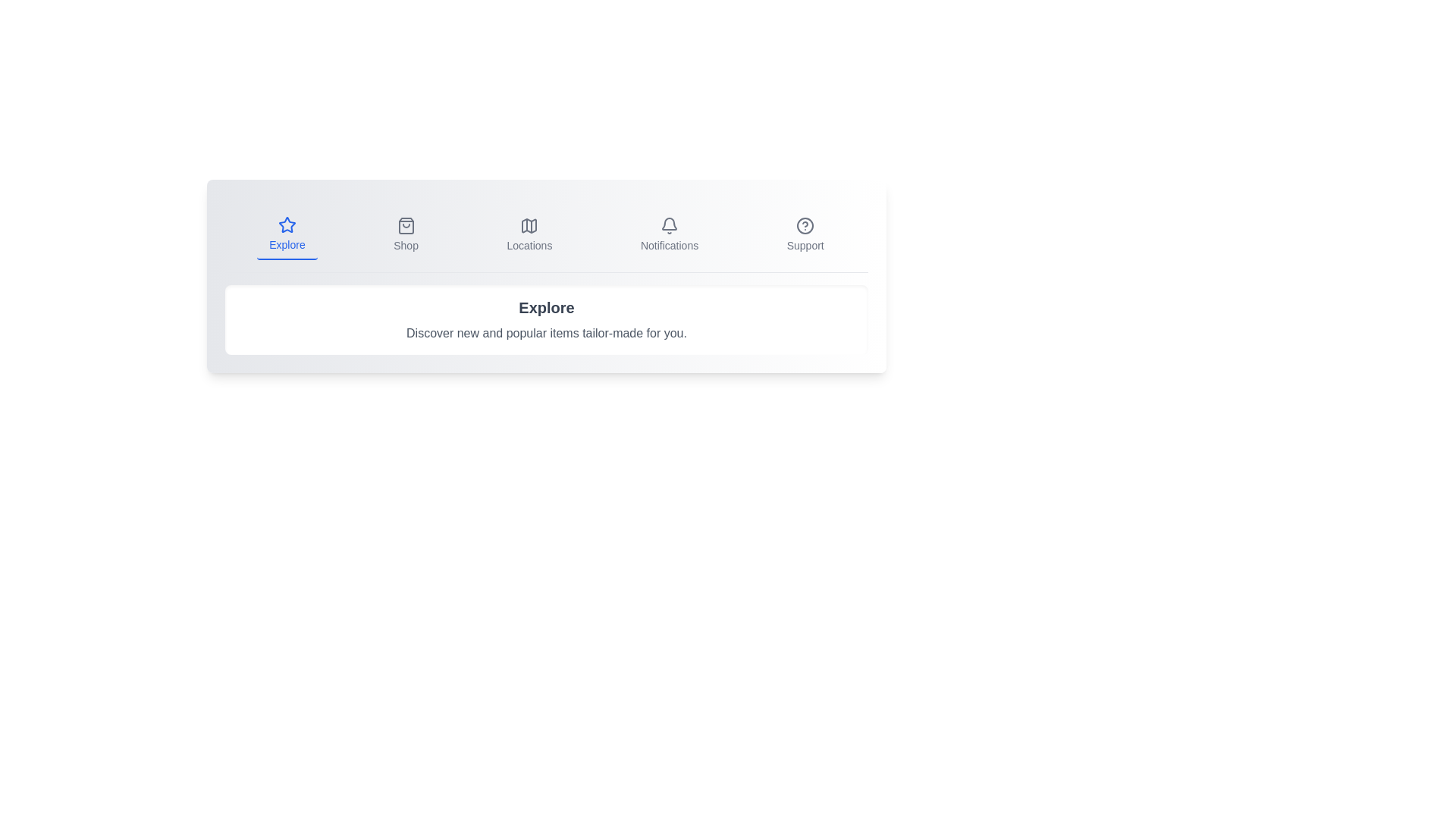 The image size is (1456, 819). What do you see at coordinates (805, 234) in the screenshot?
I see `the 'Support' button, which is a circular icon with a question mark and a label below it, located at the far-right end of the top navigation bar` at bounding box center [805, 234].